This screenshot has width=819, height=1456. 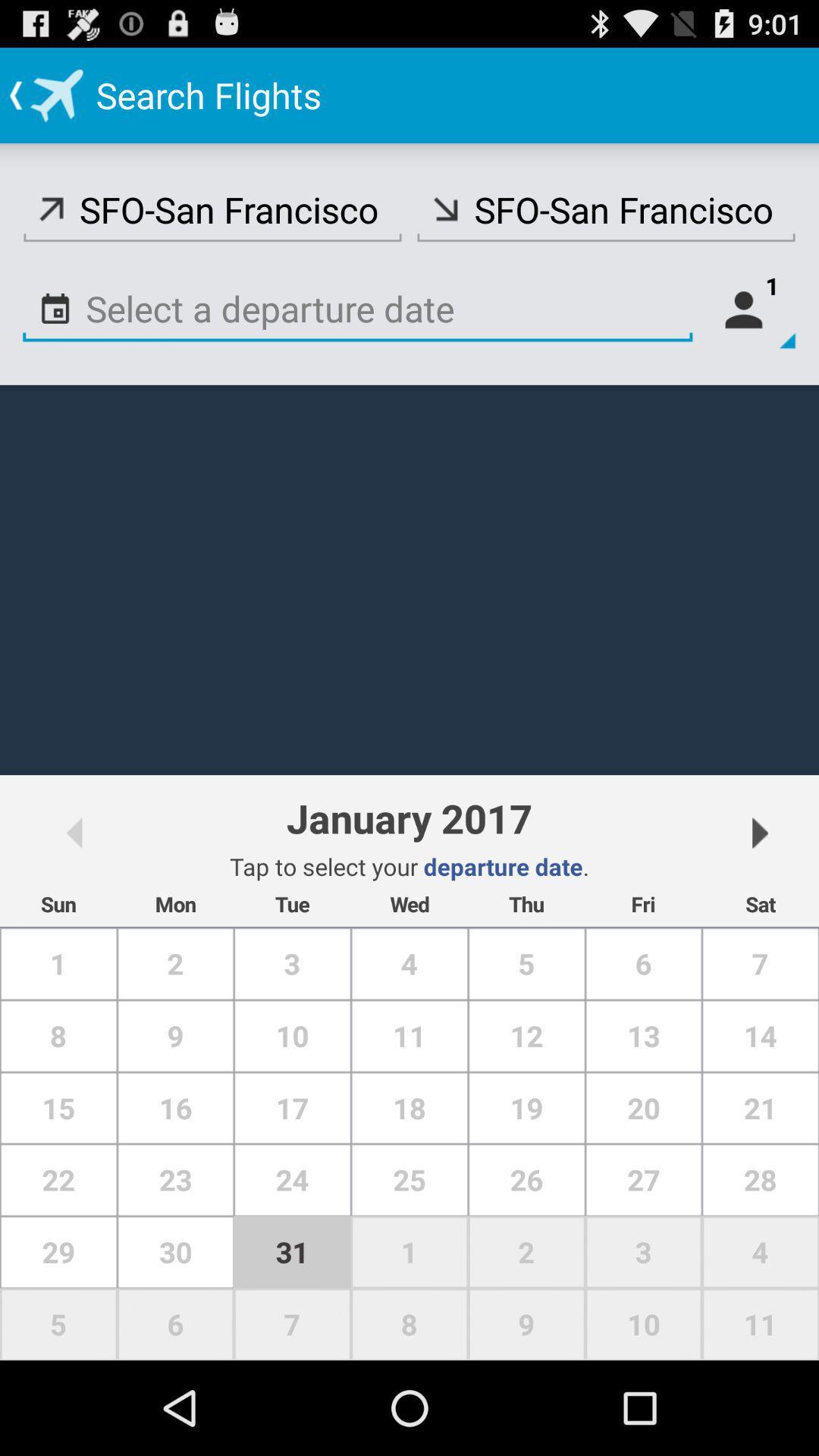 I want to click on the avatar icon, so click(x=751, y=330).